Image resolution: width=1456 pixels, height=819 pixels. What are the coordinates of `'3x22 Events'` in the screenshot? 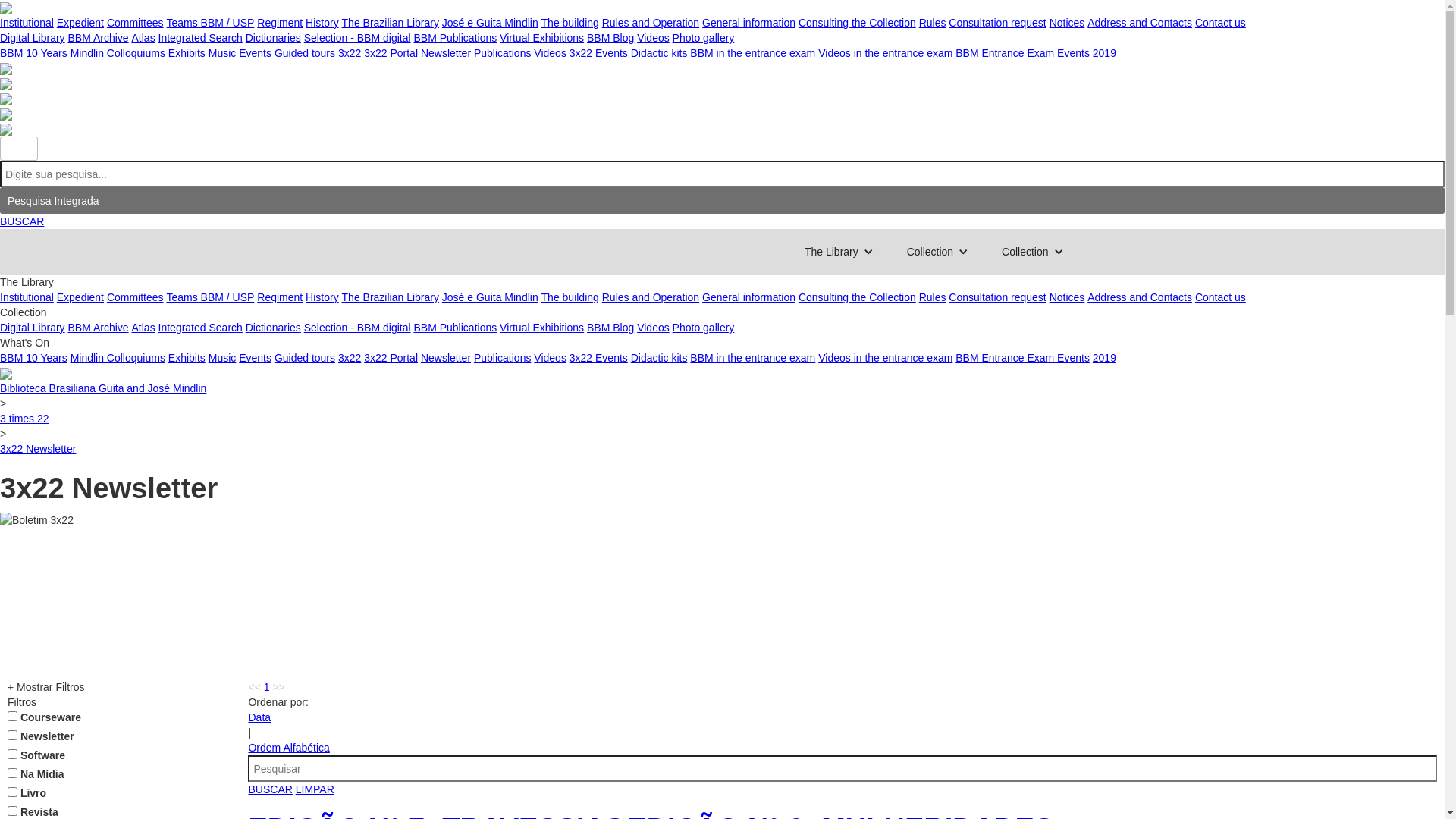 It's located at (598, 52).